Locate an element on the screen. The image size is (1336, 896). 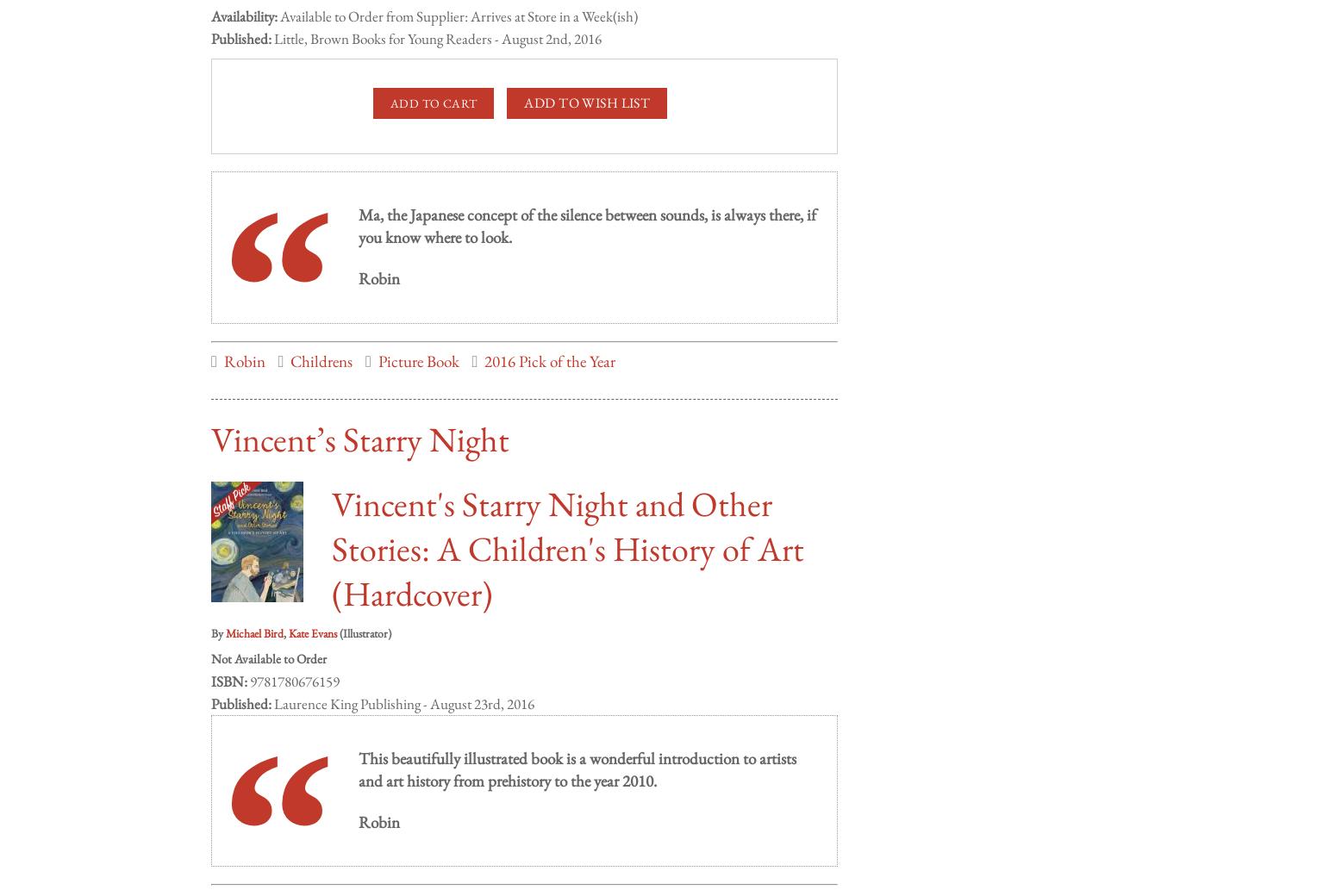
'Picture Book' is located at coordinates (416, 344).